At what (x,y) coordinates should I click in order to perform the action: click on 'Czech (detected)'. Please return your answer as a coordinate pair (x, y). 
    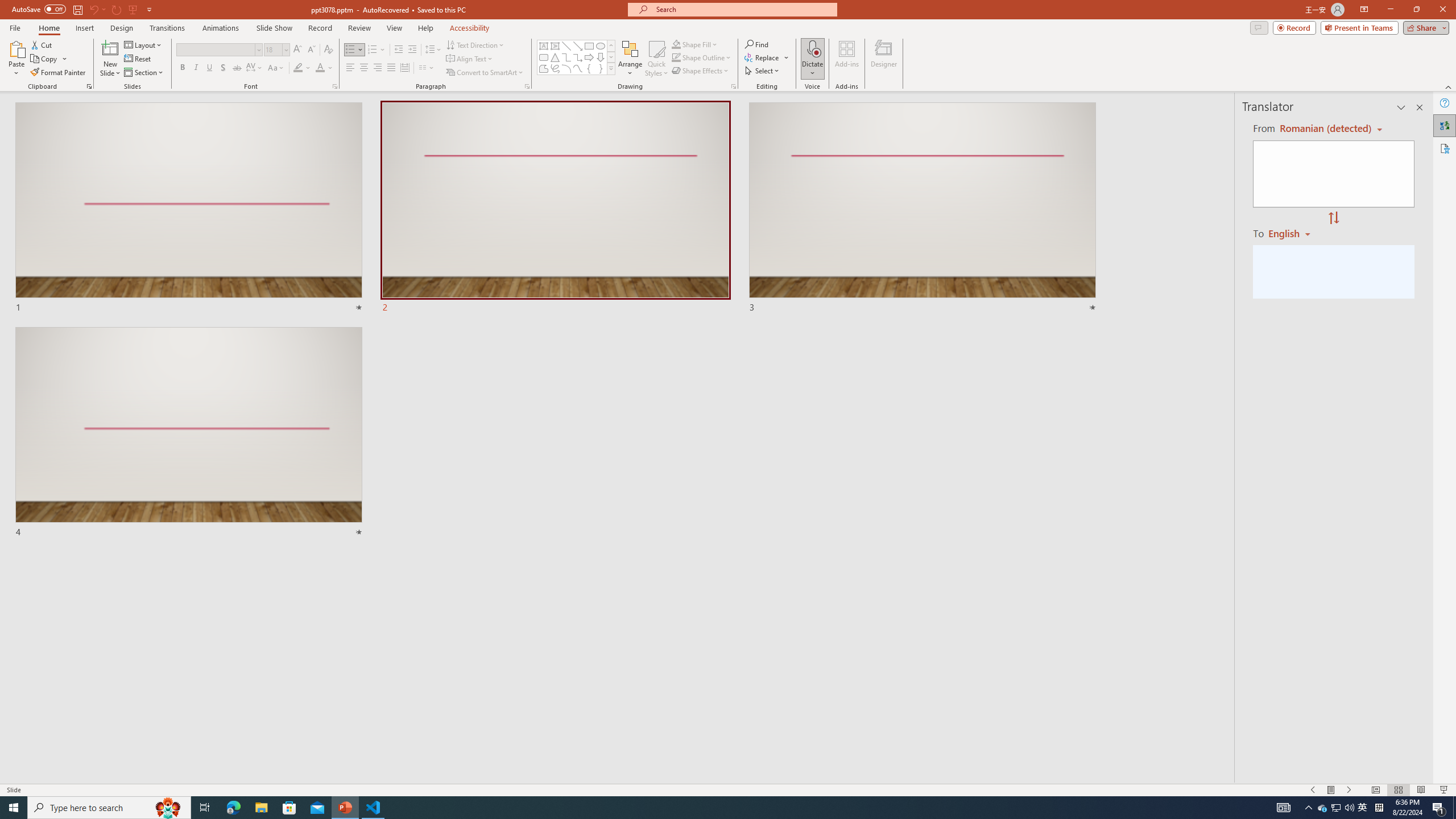
    Looking at the image, I should click on (1323, 128).